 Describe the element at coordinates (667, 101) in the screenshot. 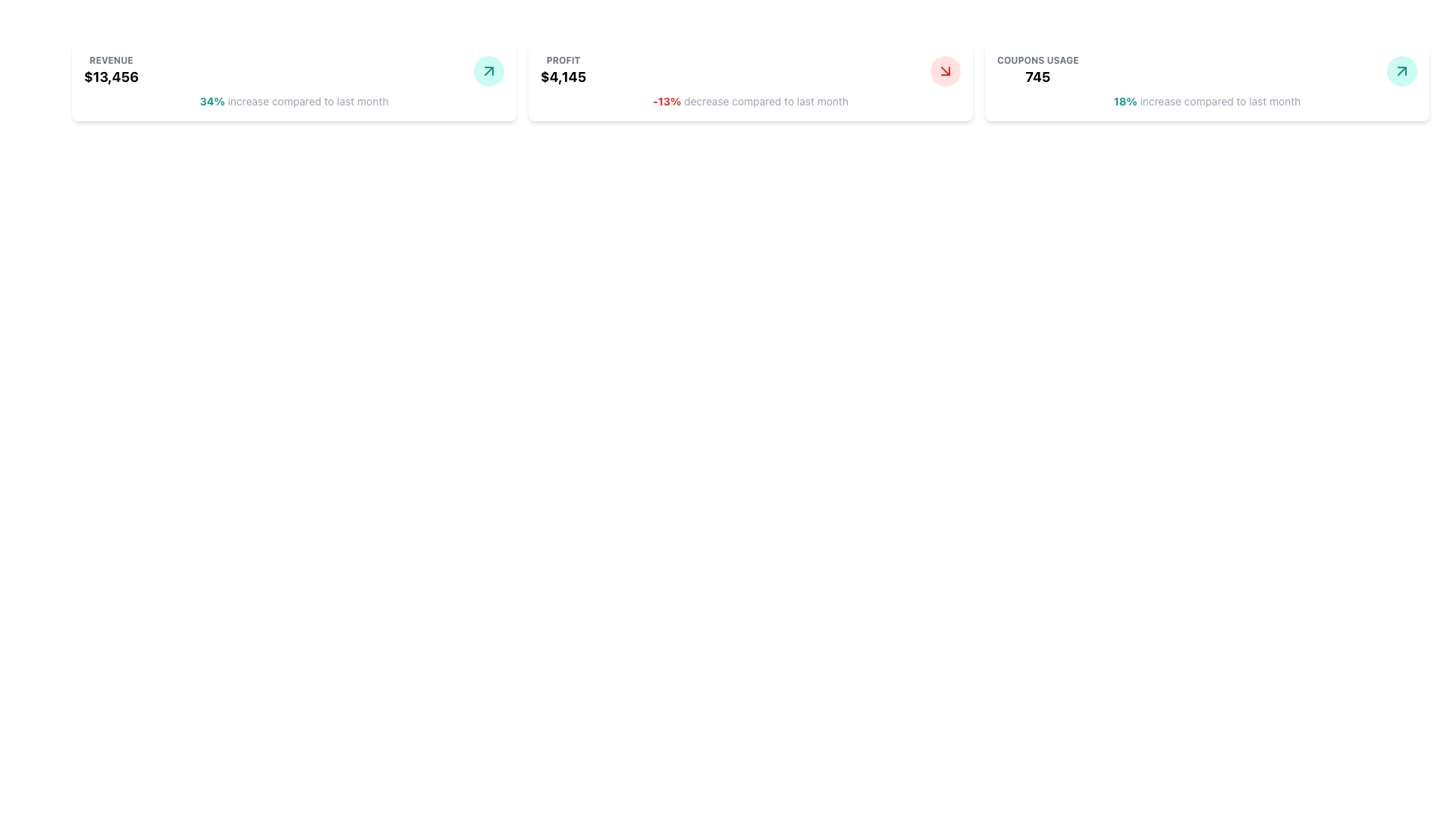

I see `the bold red text '-13%' that indicates a decrease in the second card labeled 'PROFIT' on the dashboard interface` at that location.